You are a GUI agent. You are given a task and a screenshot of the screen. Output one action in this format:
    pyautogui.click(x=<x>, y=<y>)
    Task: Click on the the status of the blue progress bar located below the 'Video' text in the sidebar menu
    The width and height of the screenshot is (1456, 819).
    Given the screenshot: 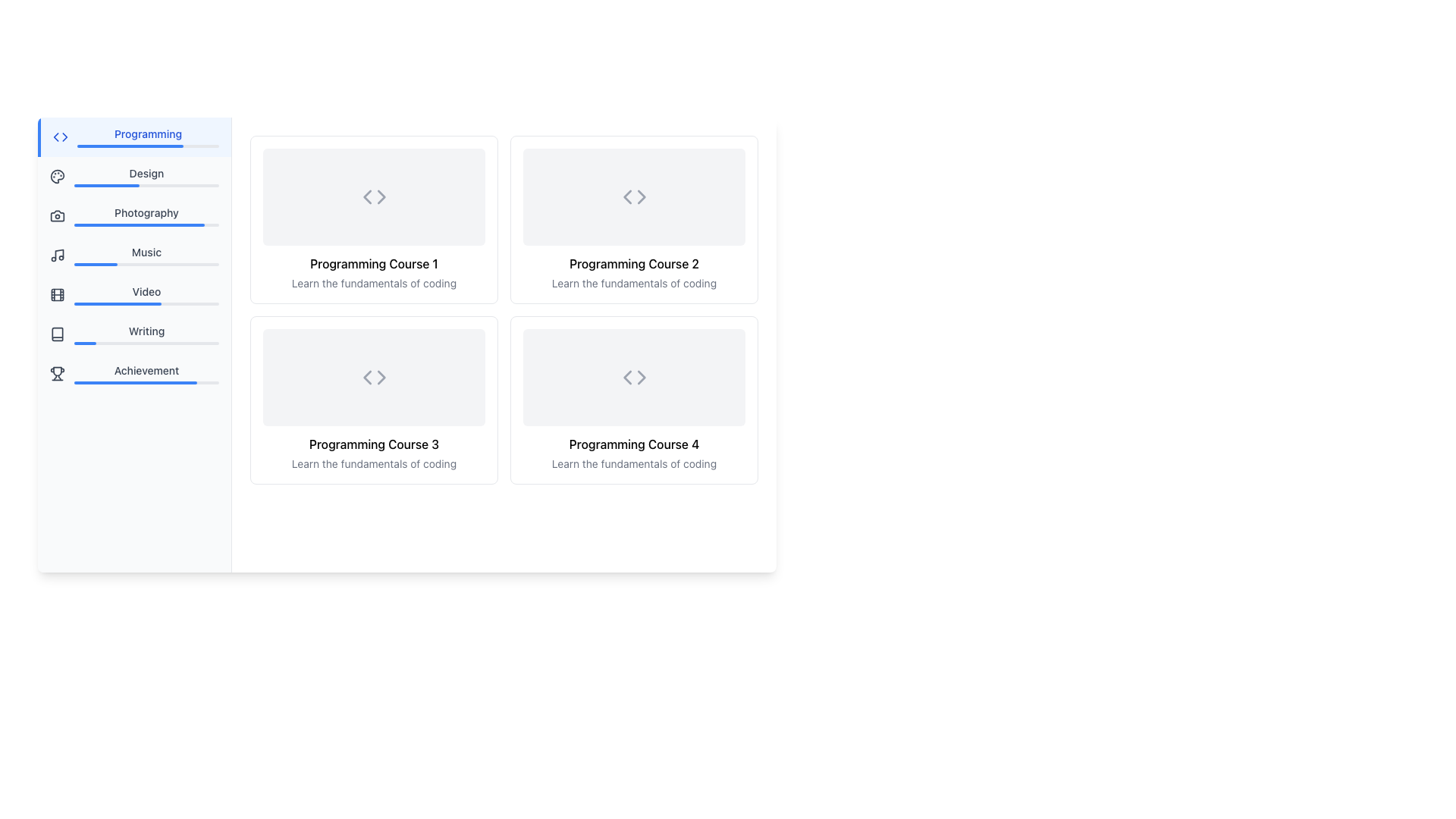 What is the action you would take?
    pyautogui.click(x=146, y=295)
    